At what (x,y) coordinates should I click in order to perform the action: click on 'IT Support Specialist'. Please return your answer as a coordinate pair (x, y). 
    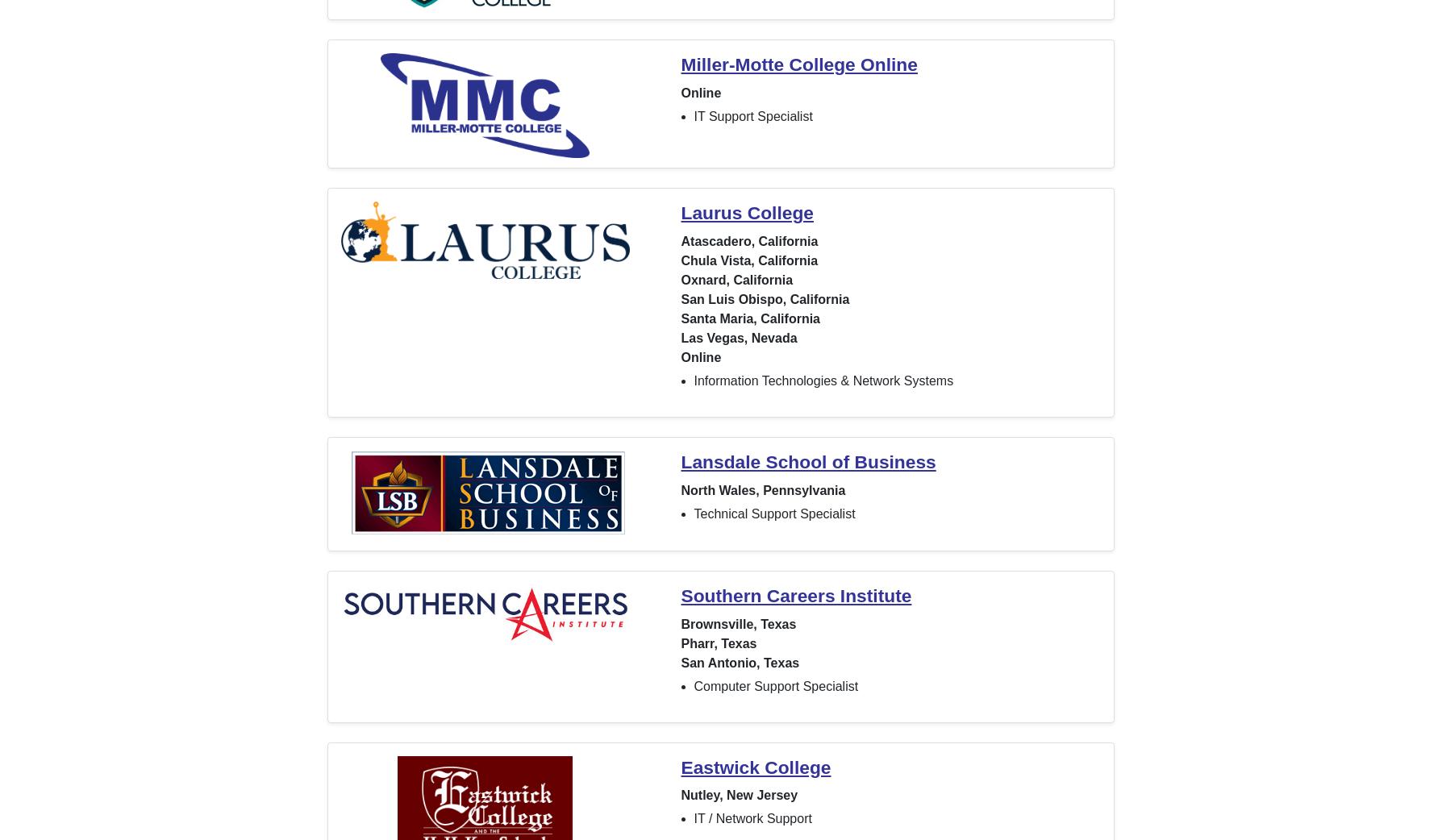
    Looking at the image, I should click on (752, 115).